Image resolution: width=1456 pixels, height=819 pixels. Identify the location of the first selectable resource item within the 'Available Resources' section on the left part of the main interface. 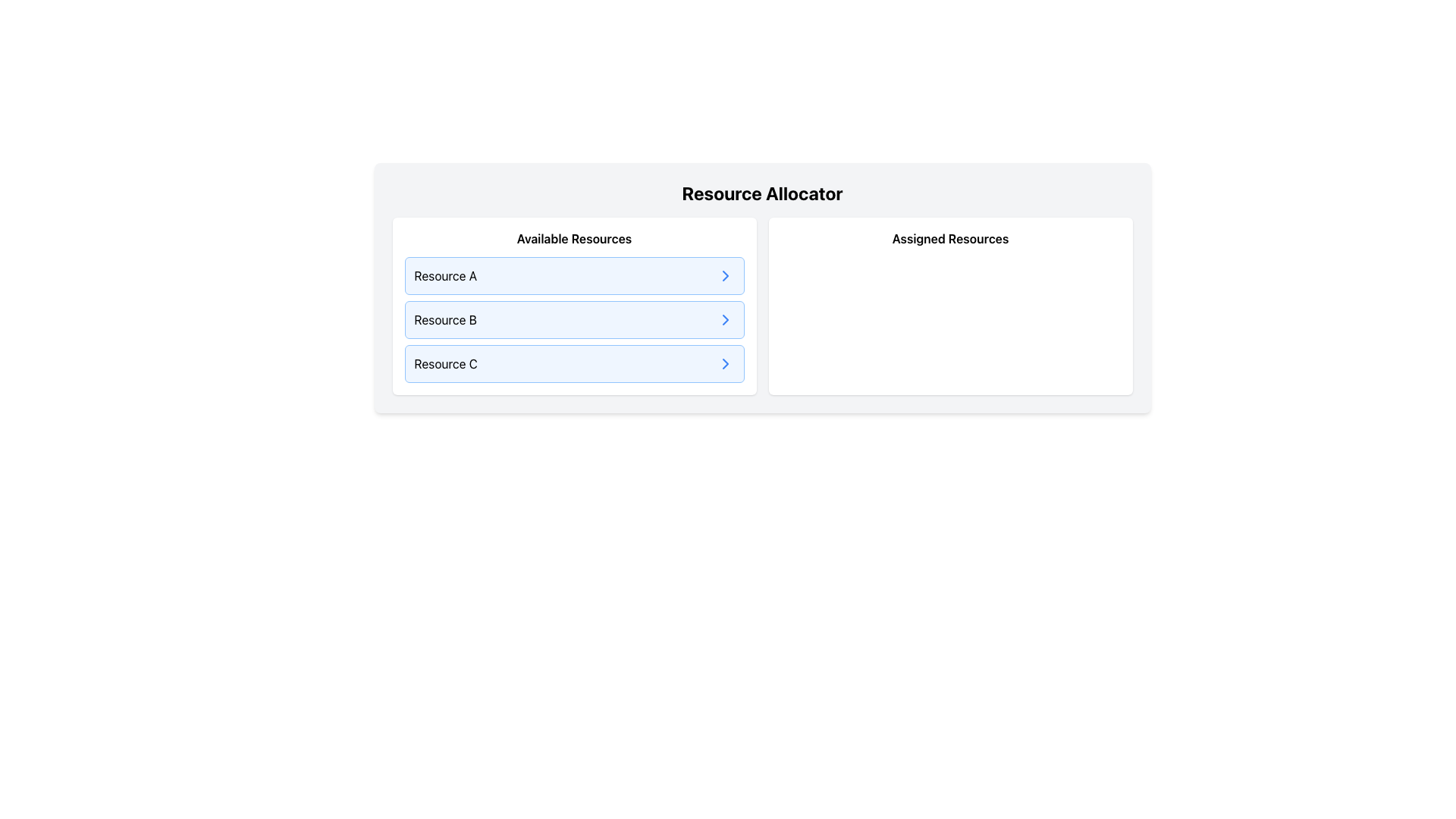
(573, 275).